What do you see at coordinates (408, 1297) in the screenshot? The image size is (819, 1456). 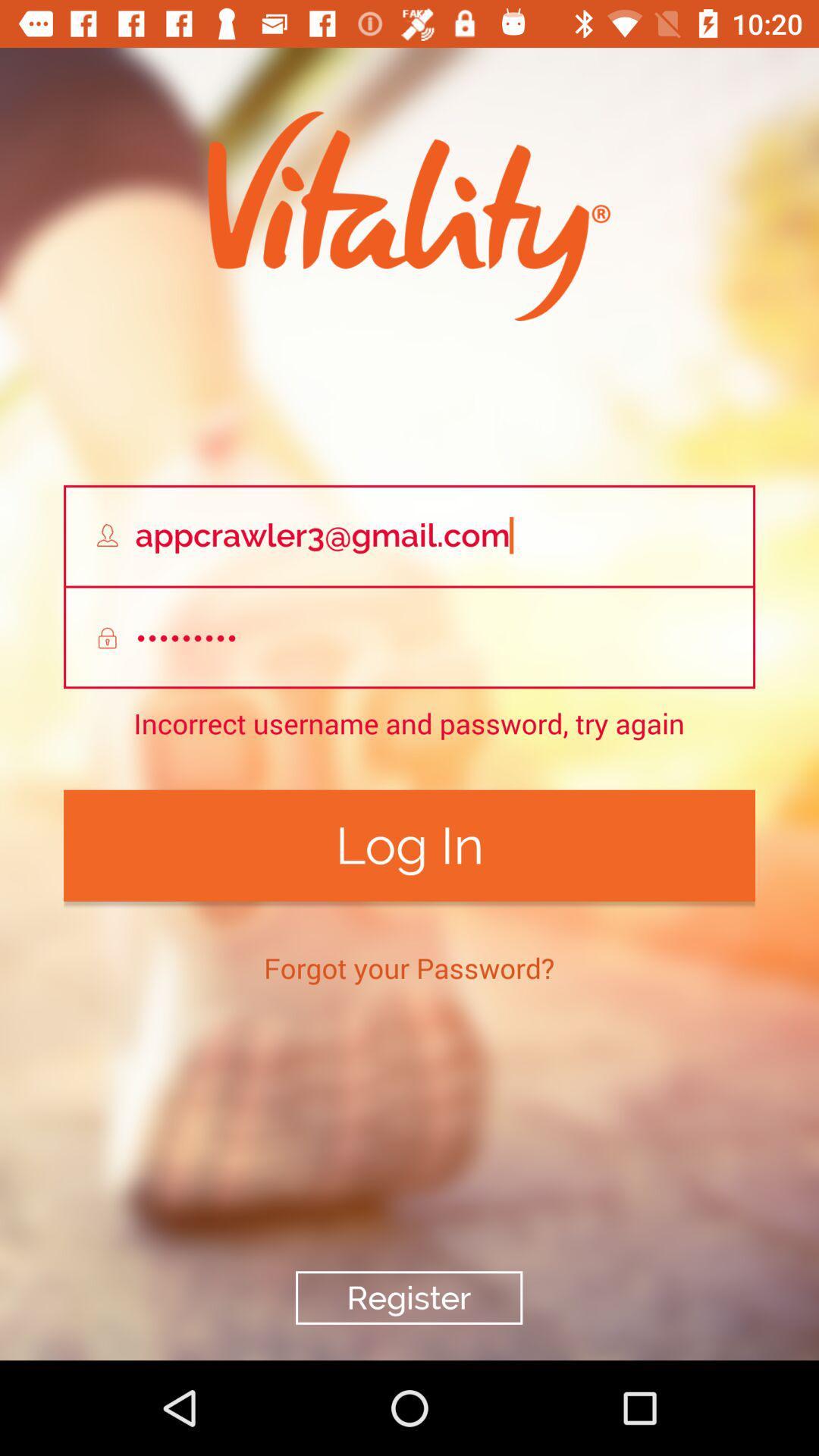 I see `the icon below forgot your password? icon` at bounding box center [408, 1297].